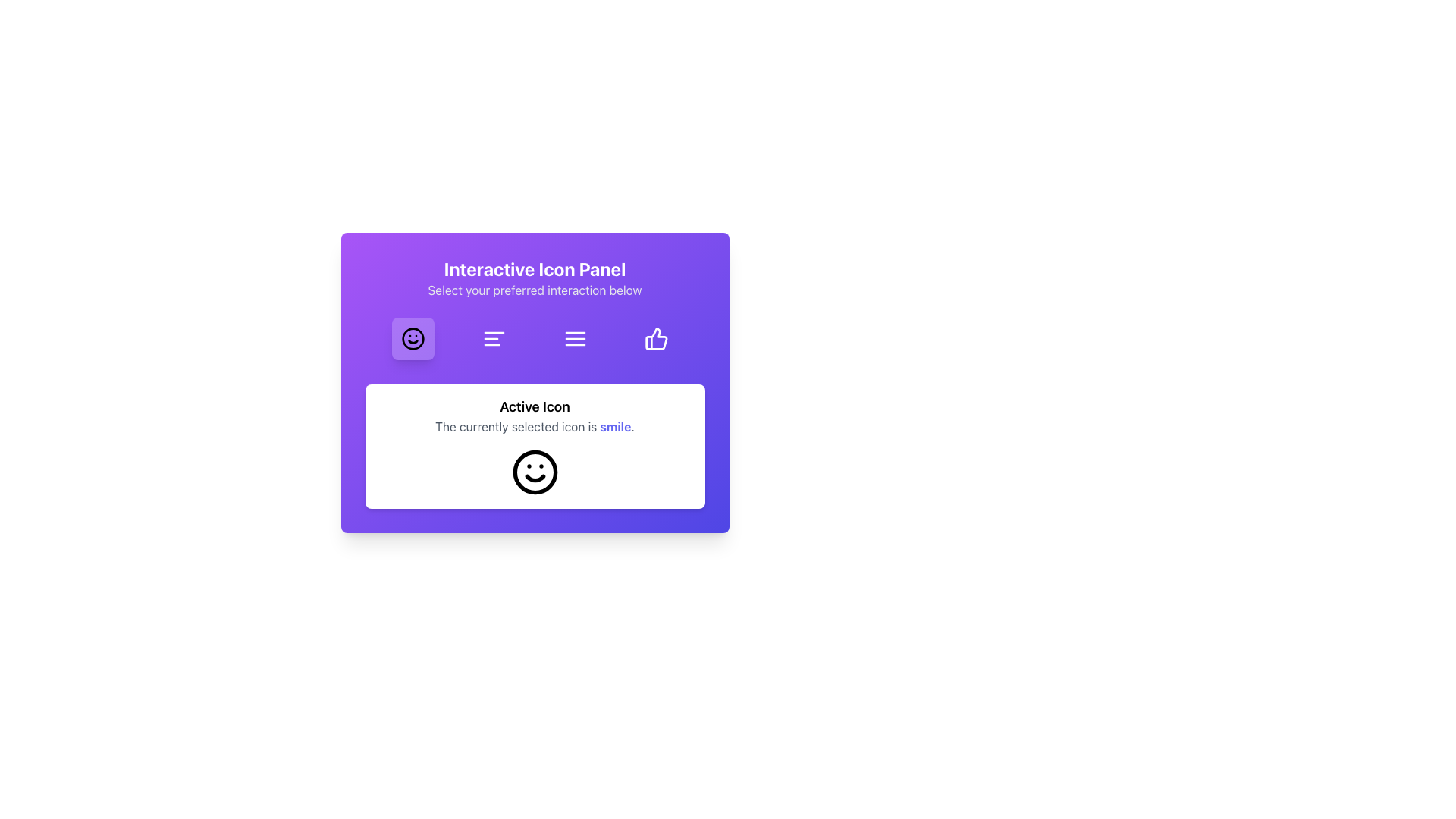 This screenshot has width=1456, height=819. Describe the element at coordinates (494, 338) in the screenshot. I see `the alignment-left button, which is a light purple rectangular button with an icon of three horizontal lines, located under the 'Interactive Icon Panel.'` at that location.